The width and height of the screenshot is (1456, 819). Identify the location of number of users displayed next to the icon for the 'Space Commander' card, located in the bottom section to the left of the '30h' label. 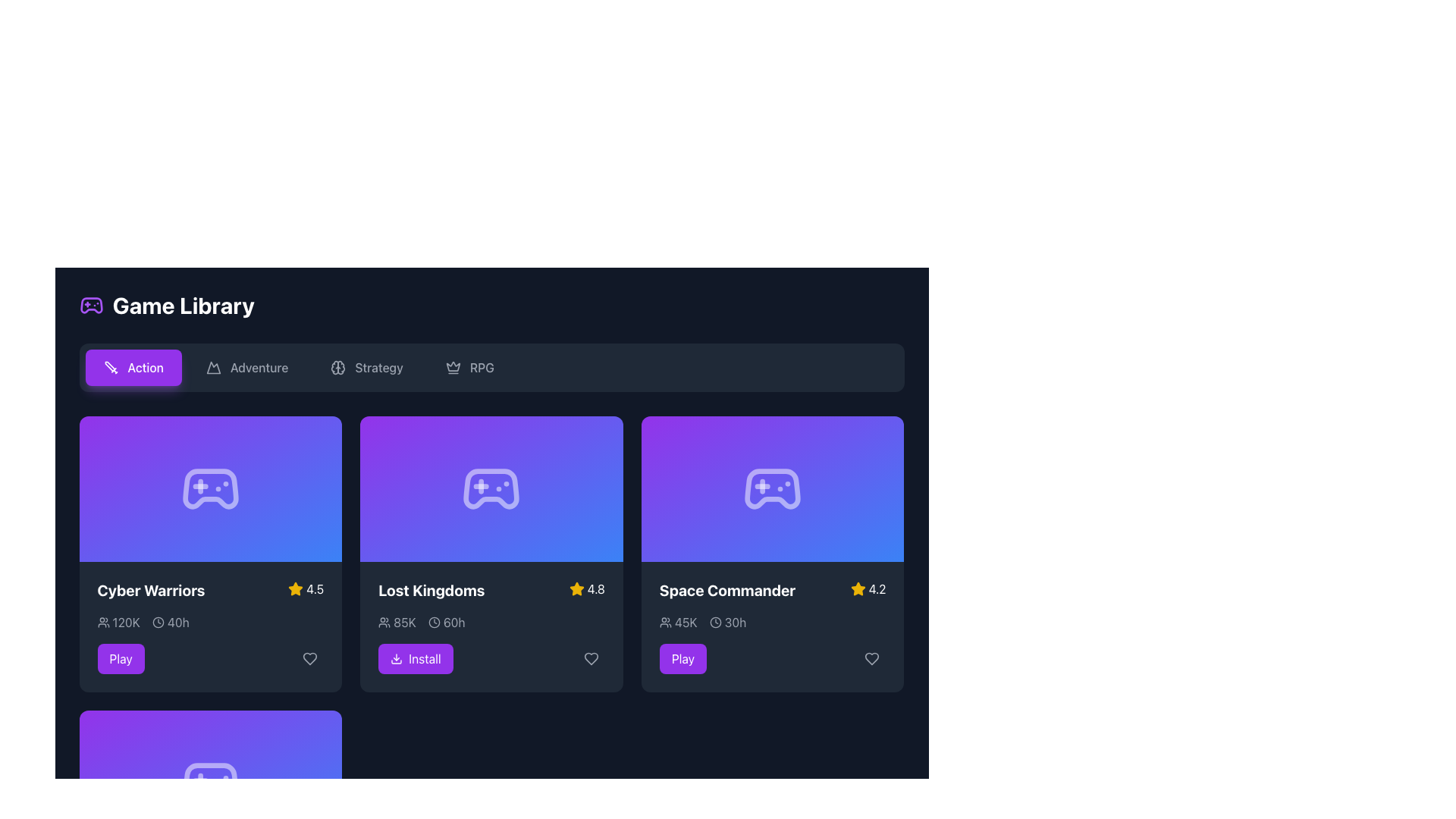
(677, 623).